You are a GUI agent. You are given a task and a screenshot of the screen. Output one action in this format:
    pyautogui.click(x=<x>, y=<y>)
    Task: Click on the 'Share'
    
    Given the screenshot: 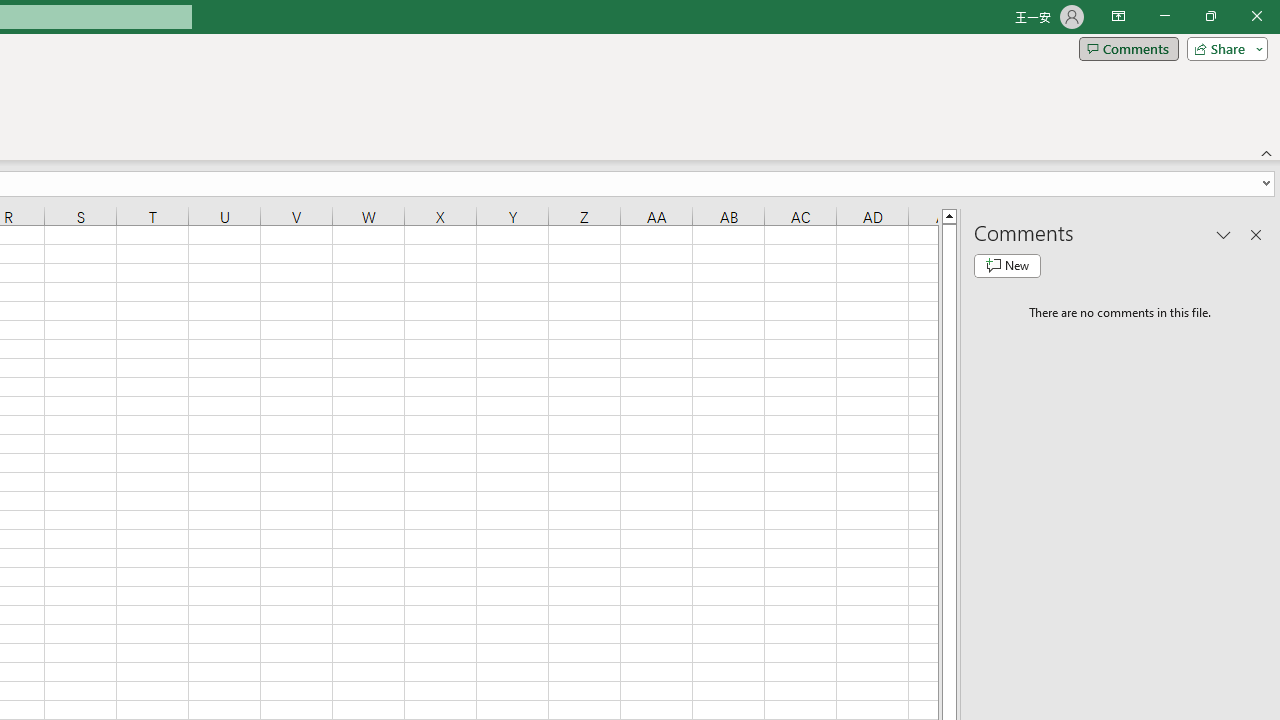 What is the action you would take?
    pyautogui.click(x=1222, y=47)
    